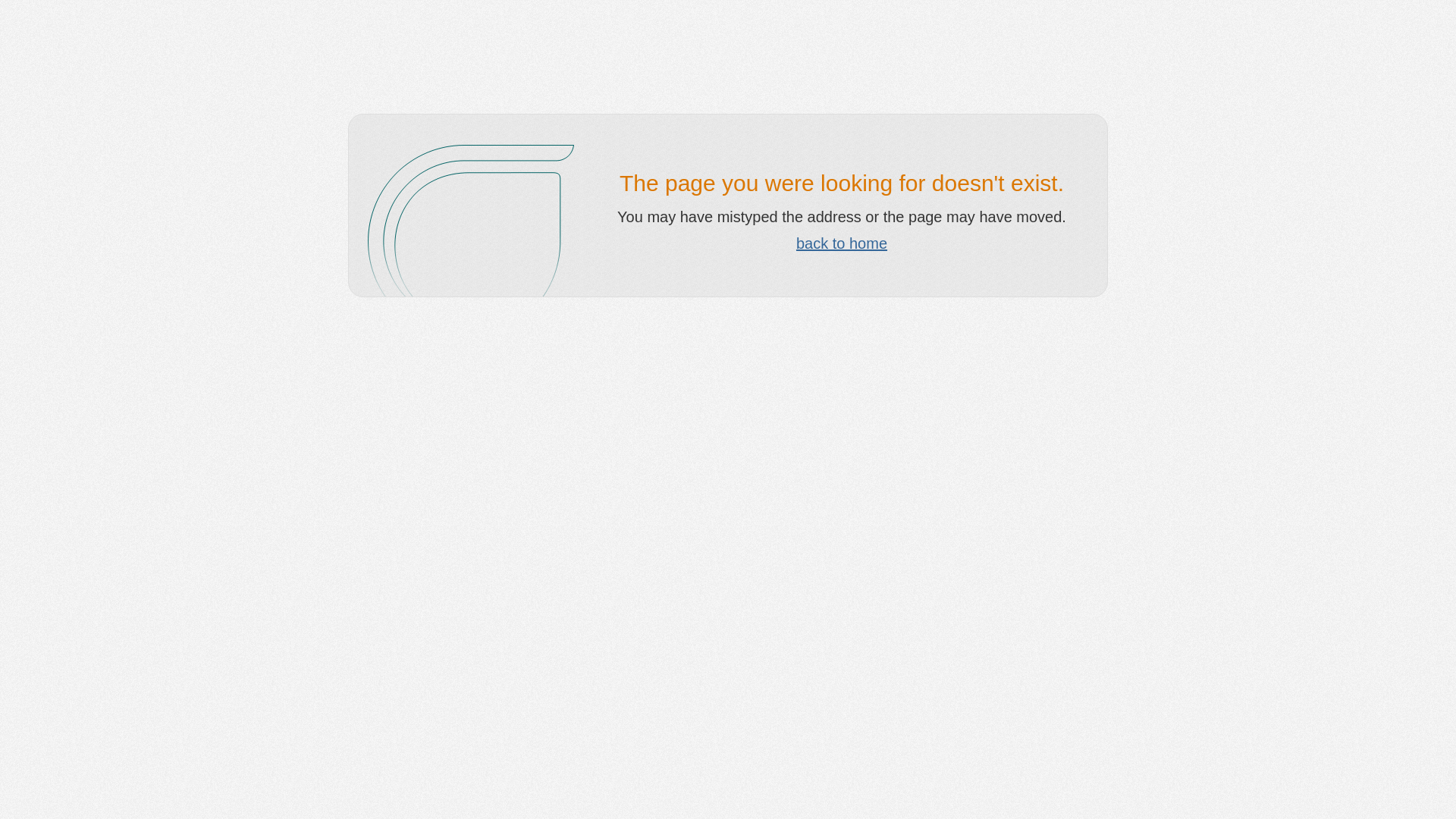 The image size is (1456, 819). Describe the element at coordinates (795, 242) in the screenshot. I see `'back to home'` at that location.